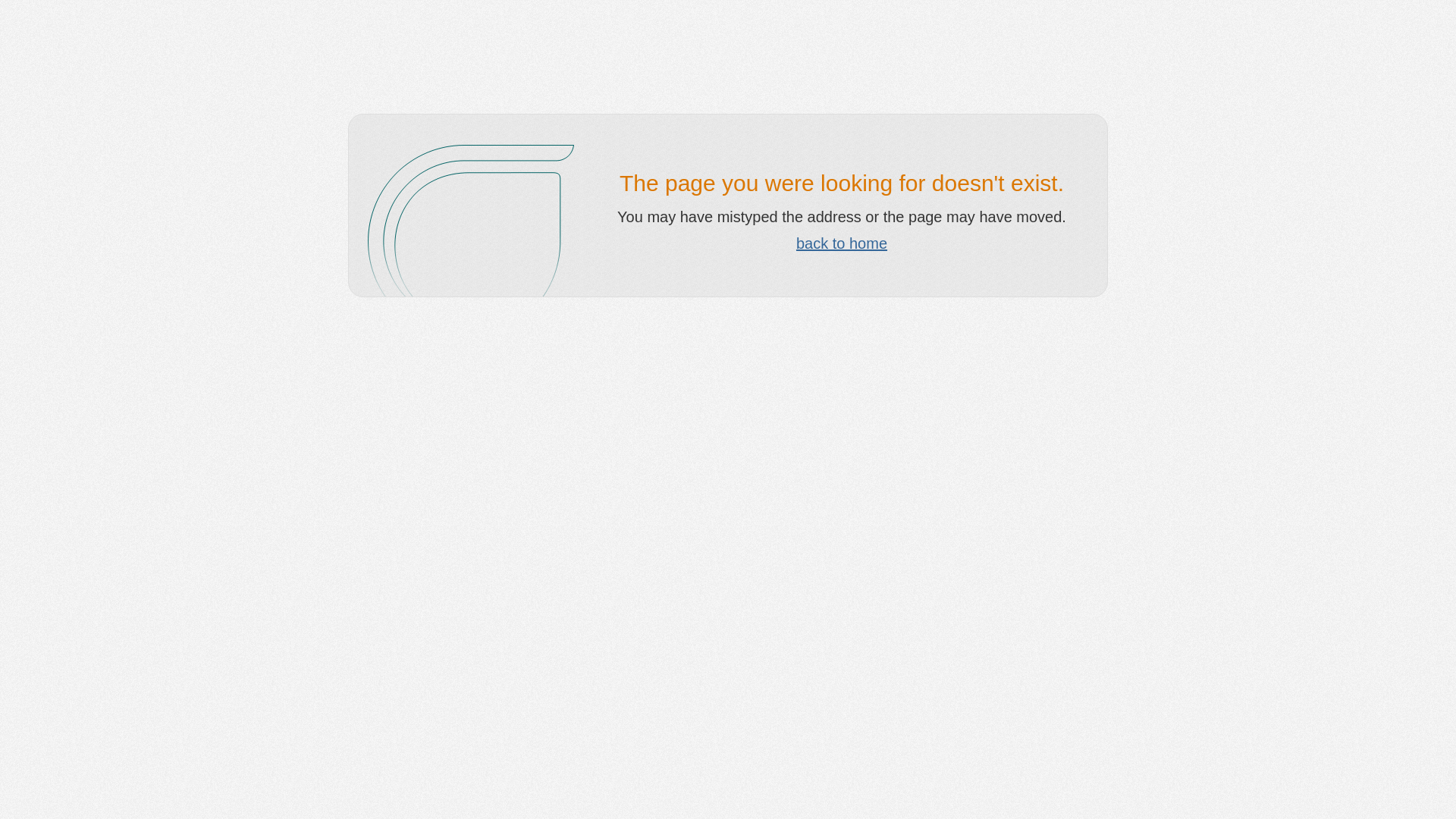 The image size is (1456, 819). Describe the element at coordinates (795, 242) in the screenshot. I see `'back to home'` at that location.